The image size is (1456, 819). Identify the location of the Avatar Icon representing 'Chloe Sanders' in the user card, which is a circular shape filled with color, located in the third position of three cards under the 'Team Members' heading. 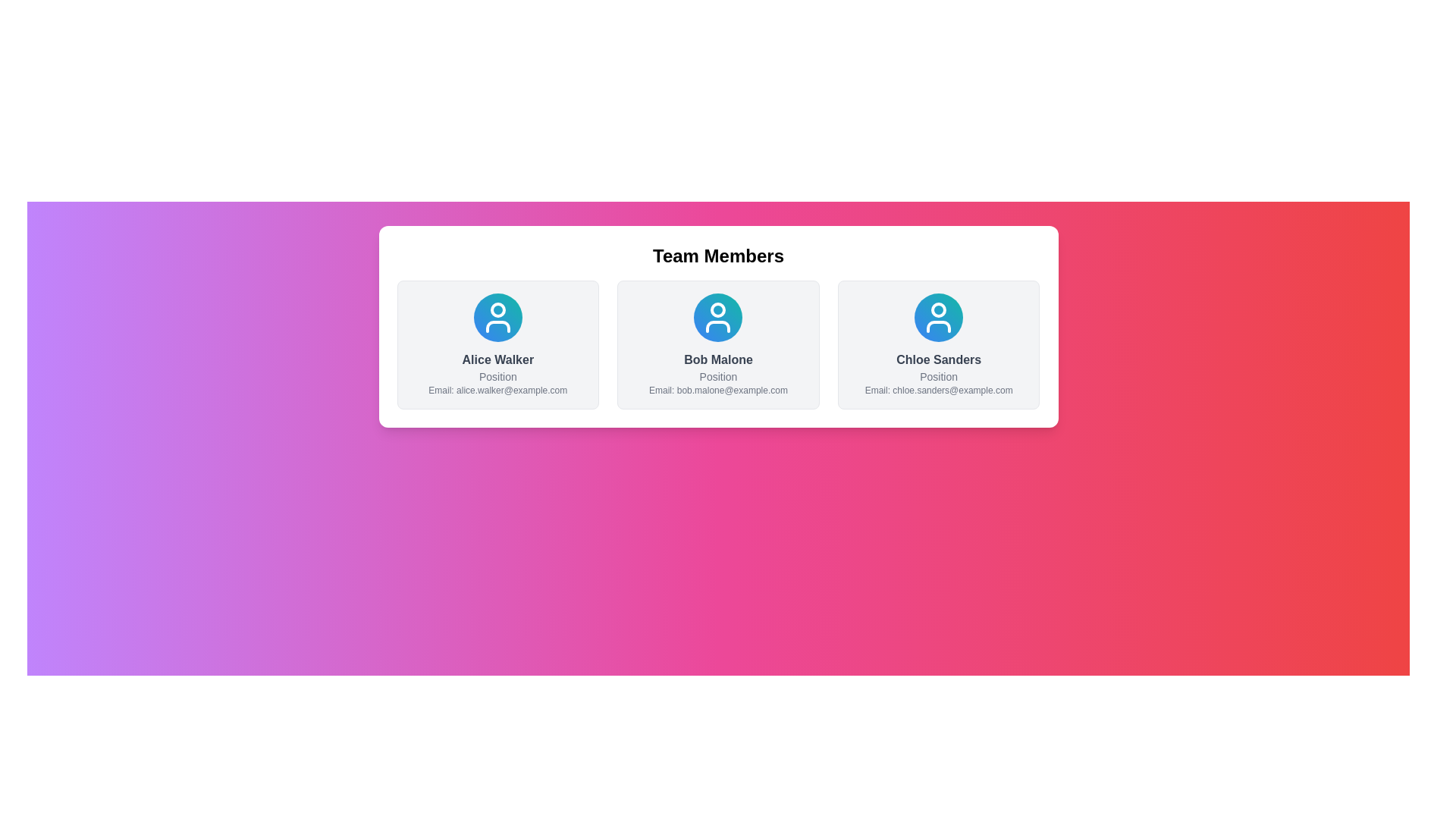
(938, 309).